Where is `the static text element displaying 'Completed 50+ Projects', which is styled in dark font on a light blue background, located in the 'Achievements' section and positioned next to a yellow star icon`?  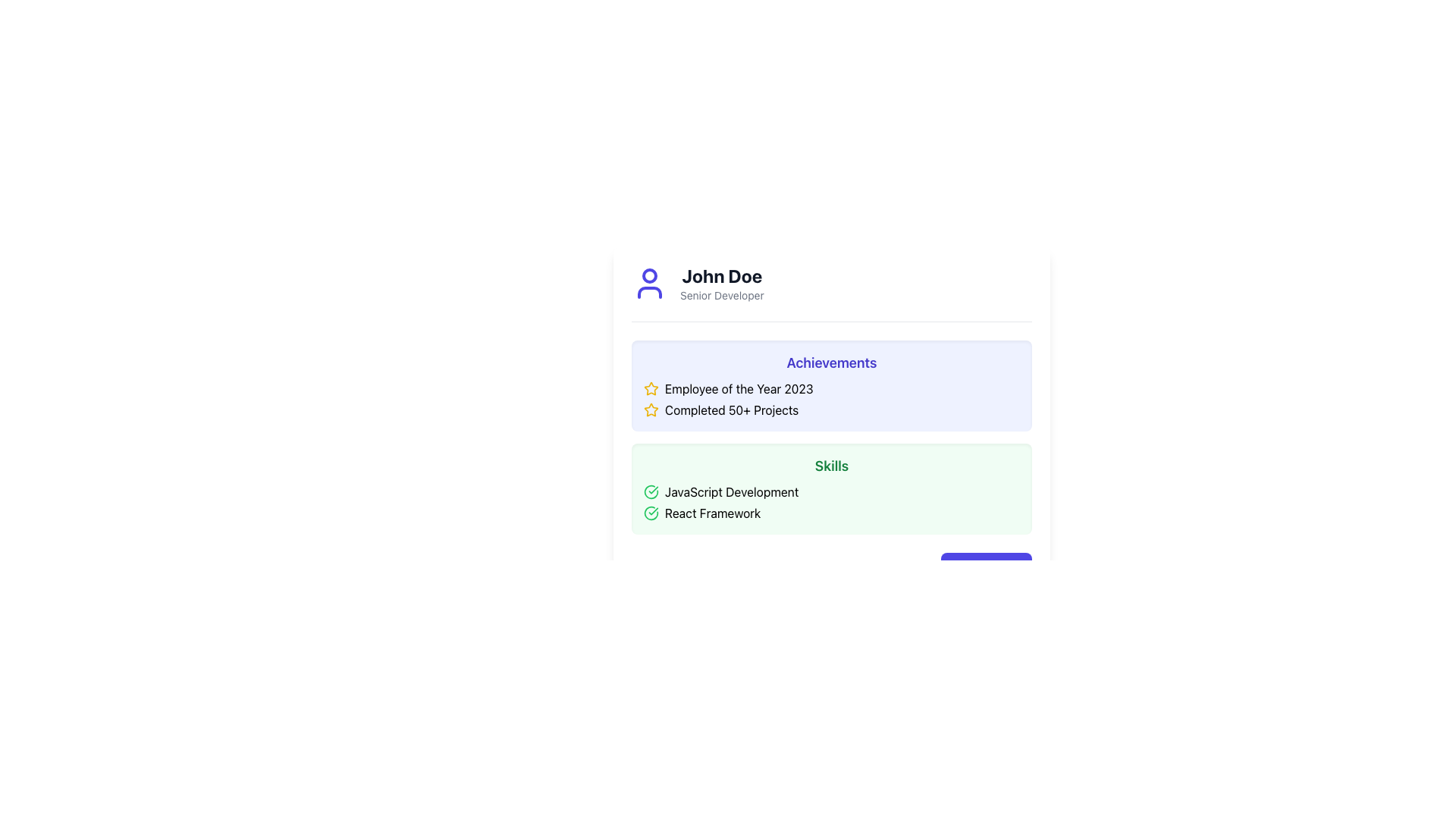
the static text element displaying 'Completed 50+ Projects', which is styled in dark font on a light blue background, located in the 'Achievements' section and positioned next to a yellow star icon is located at coordinates (732, 409).